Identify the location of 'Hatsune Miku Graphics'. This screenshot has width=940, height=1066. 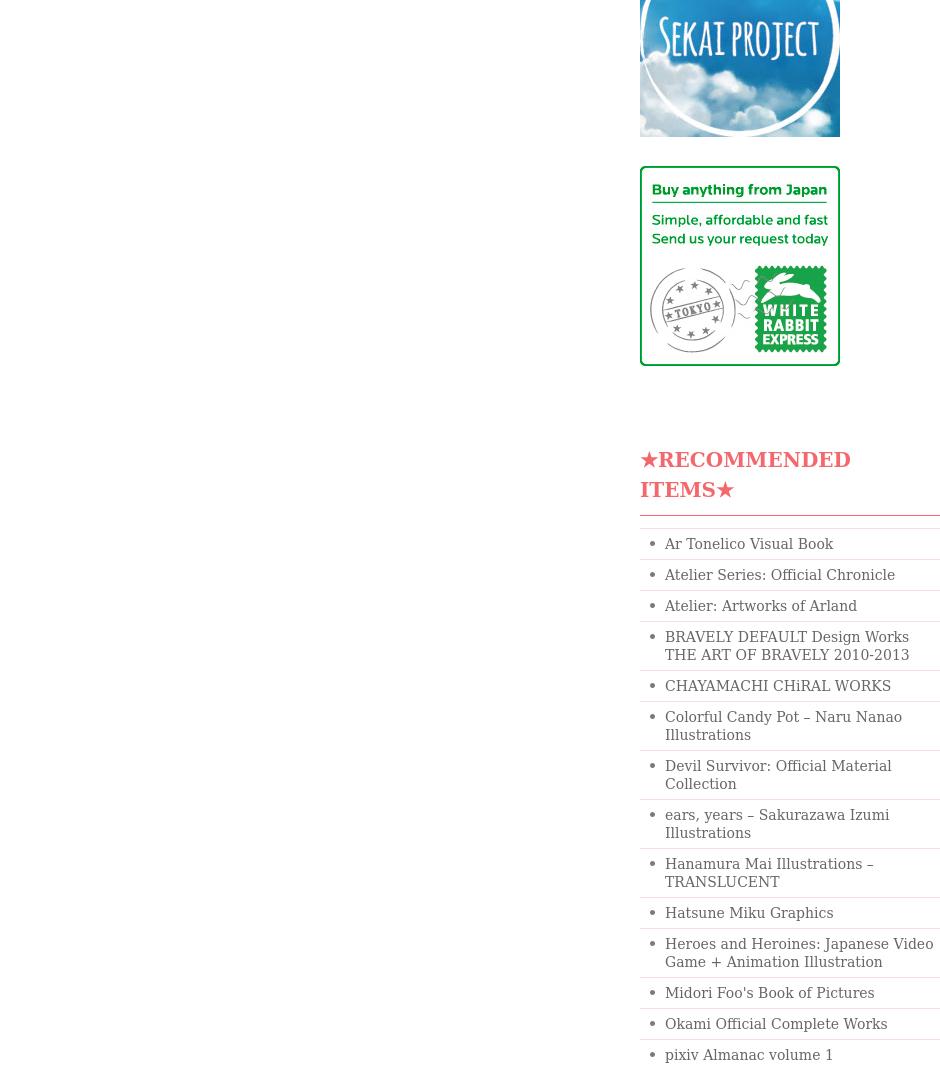
(664, 913).